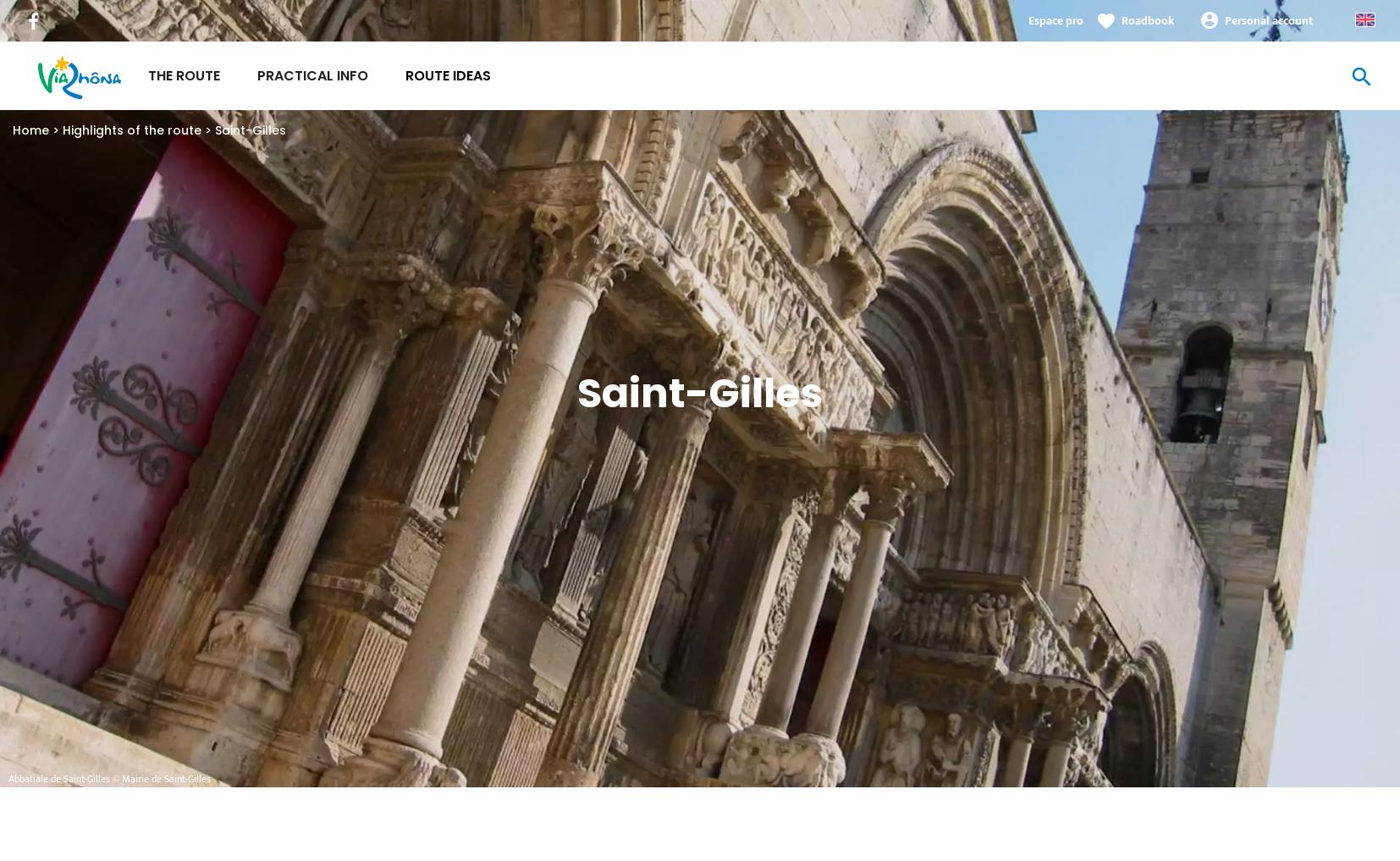  I want to click on 'Abbatiale de Saint-Gilles © Mairie de Saint-Gilles', so click(108, 777).